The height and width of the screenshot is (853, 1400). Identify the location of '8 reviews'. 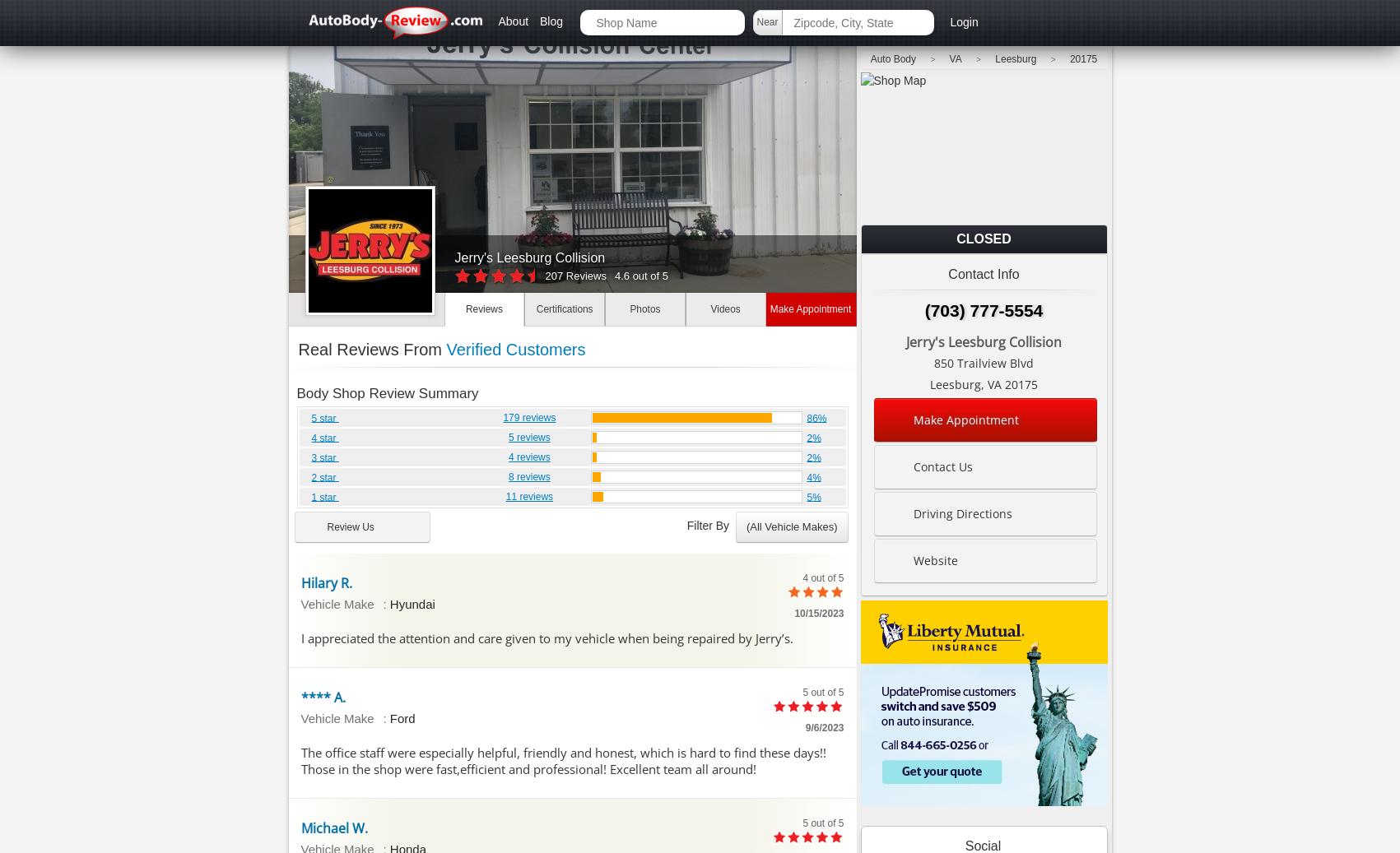
(507, 476).